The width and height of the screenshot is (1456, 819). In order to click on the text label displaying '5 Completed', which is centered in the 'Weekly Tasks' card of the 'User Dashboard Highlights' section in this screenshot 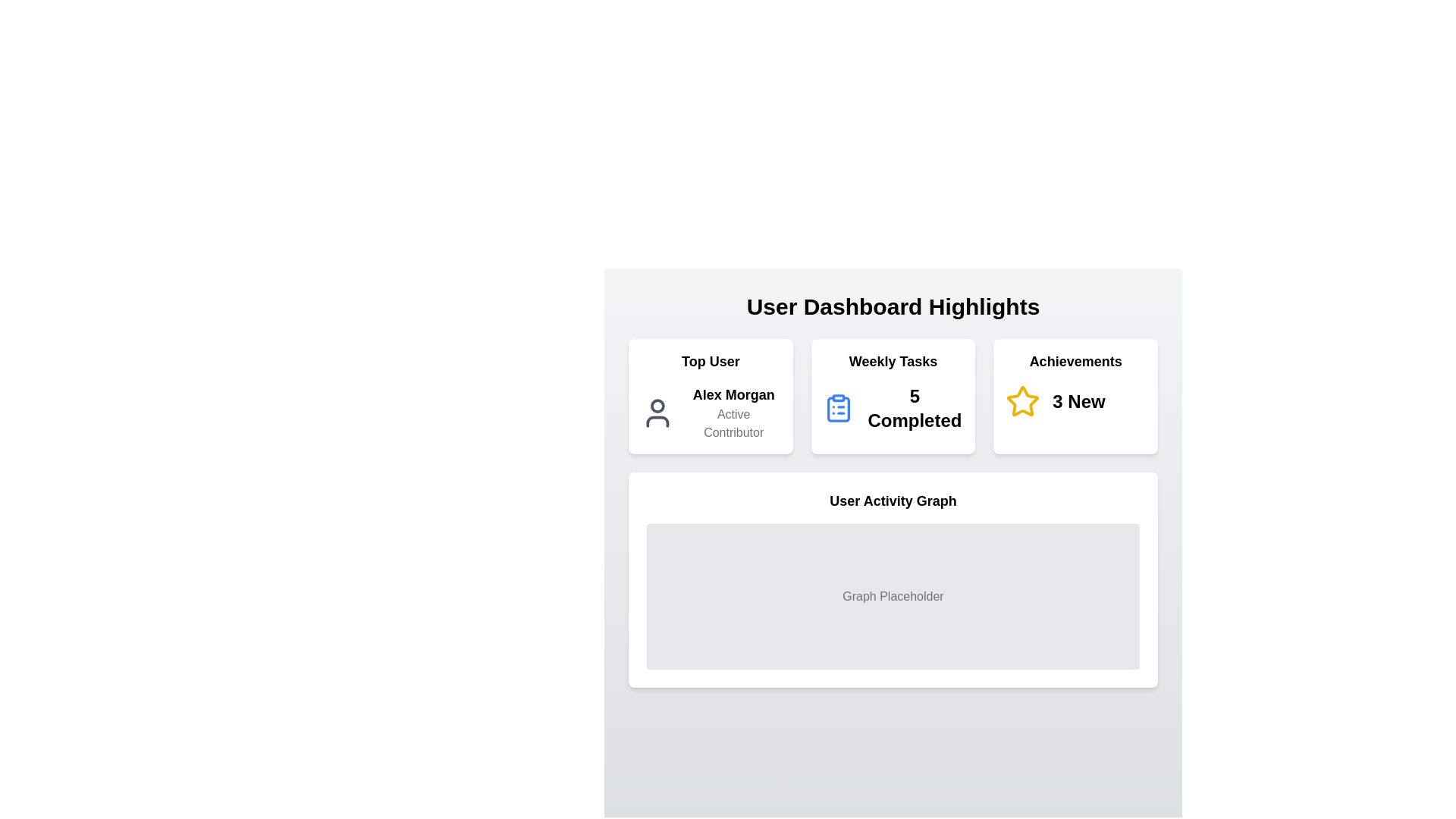, I will do `click(914, 408)`.